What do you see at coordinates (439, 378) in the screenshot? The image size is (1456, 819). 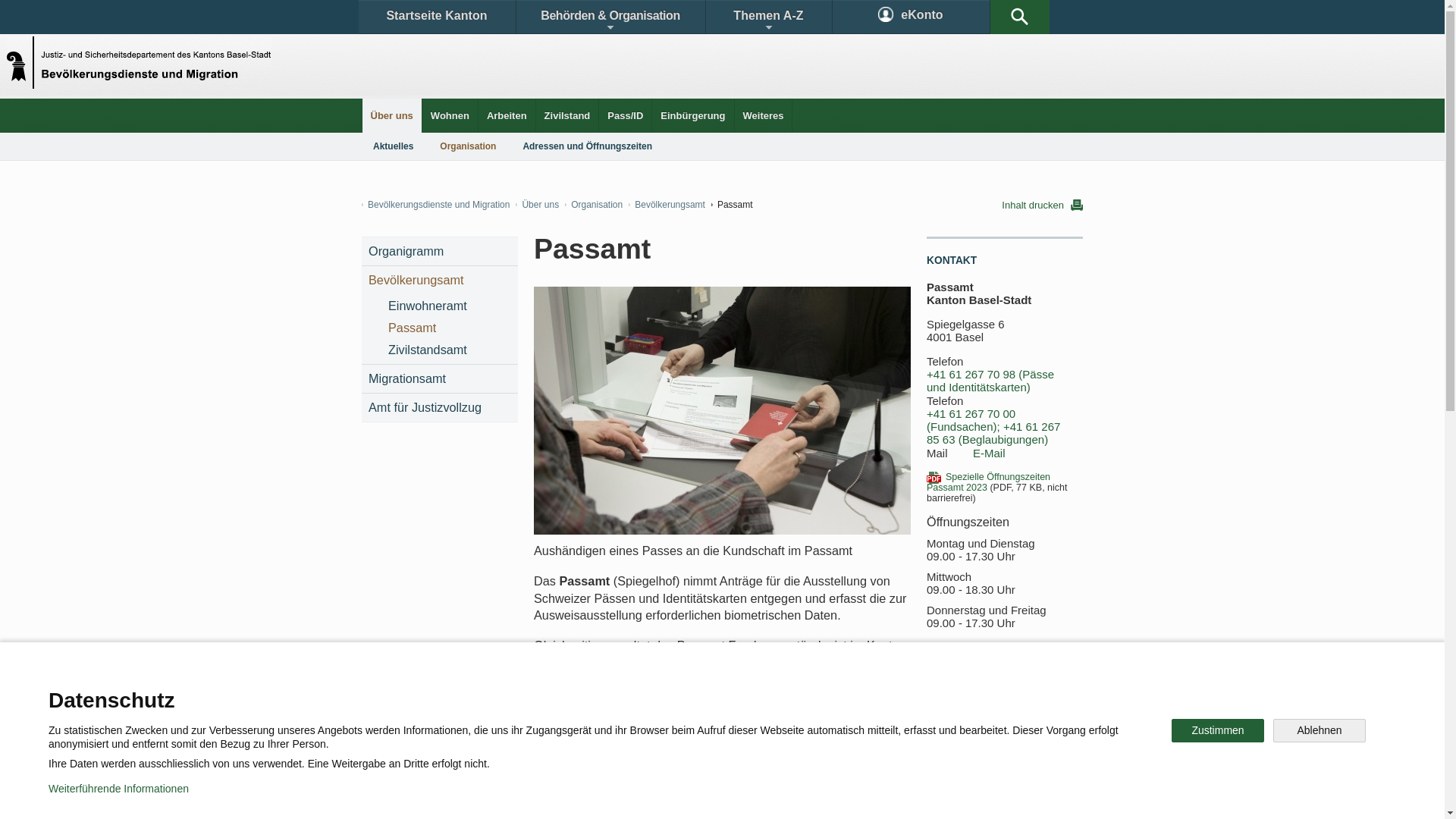 I see `'Migrationsamt'` at bounding box center [439, 378].